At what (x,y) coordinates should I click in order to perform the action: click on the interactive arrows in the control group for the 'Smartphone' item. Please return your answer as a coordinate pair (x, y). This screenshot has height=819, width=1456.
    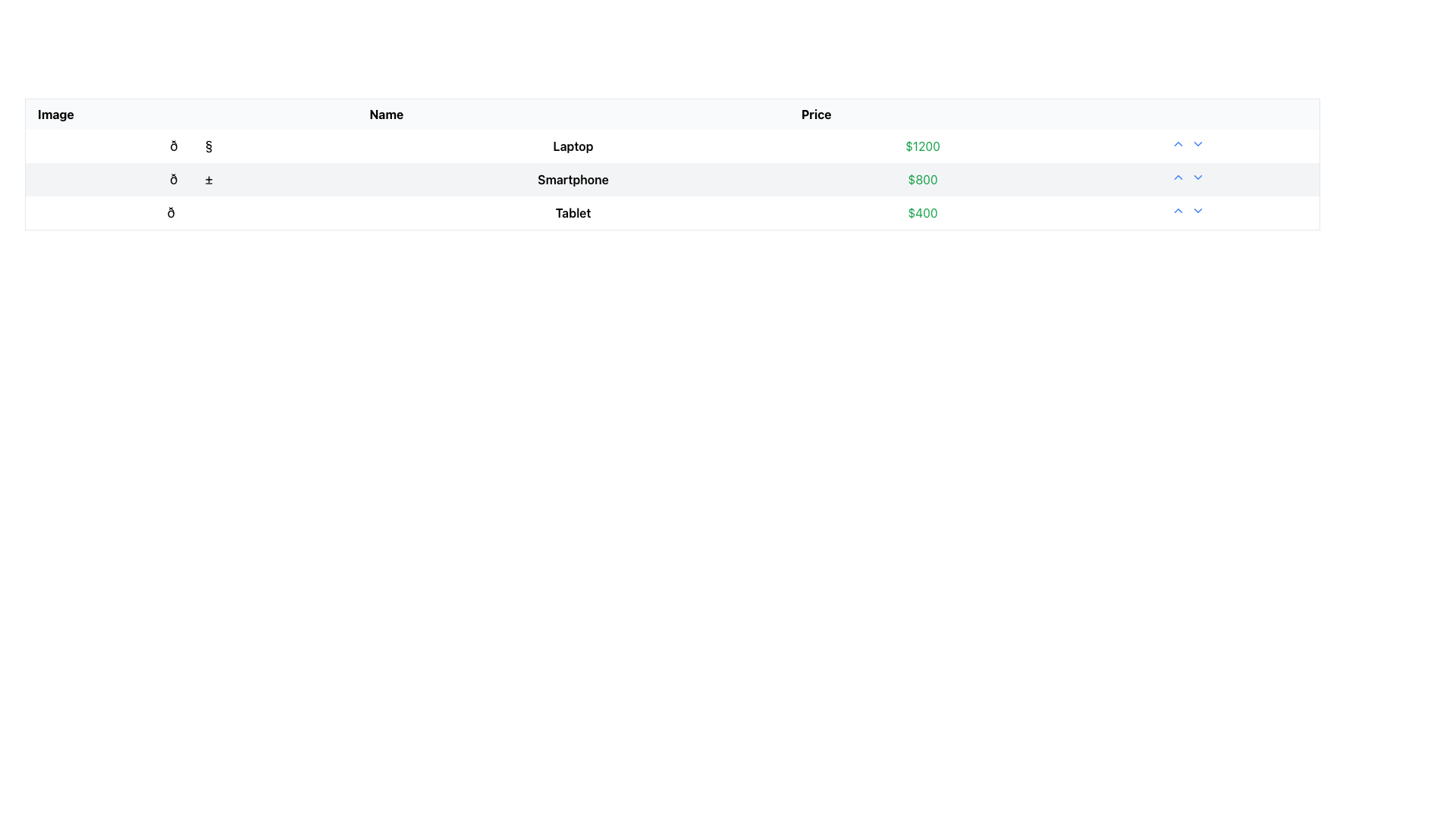
    Looking at the image, I should click on (1187, 178).